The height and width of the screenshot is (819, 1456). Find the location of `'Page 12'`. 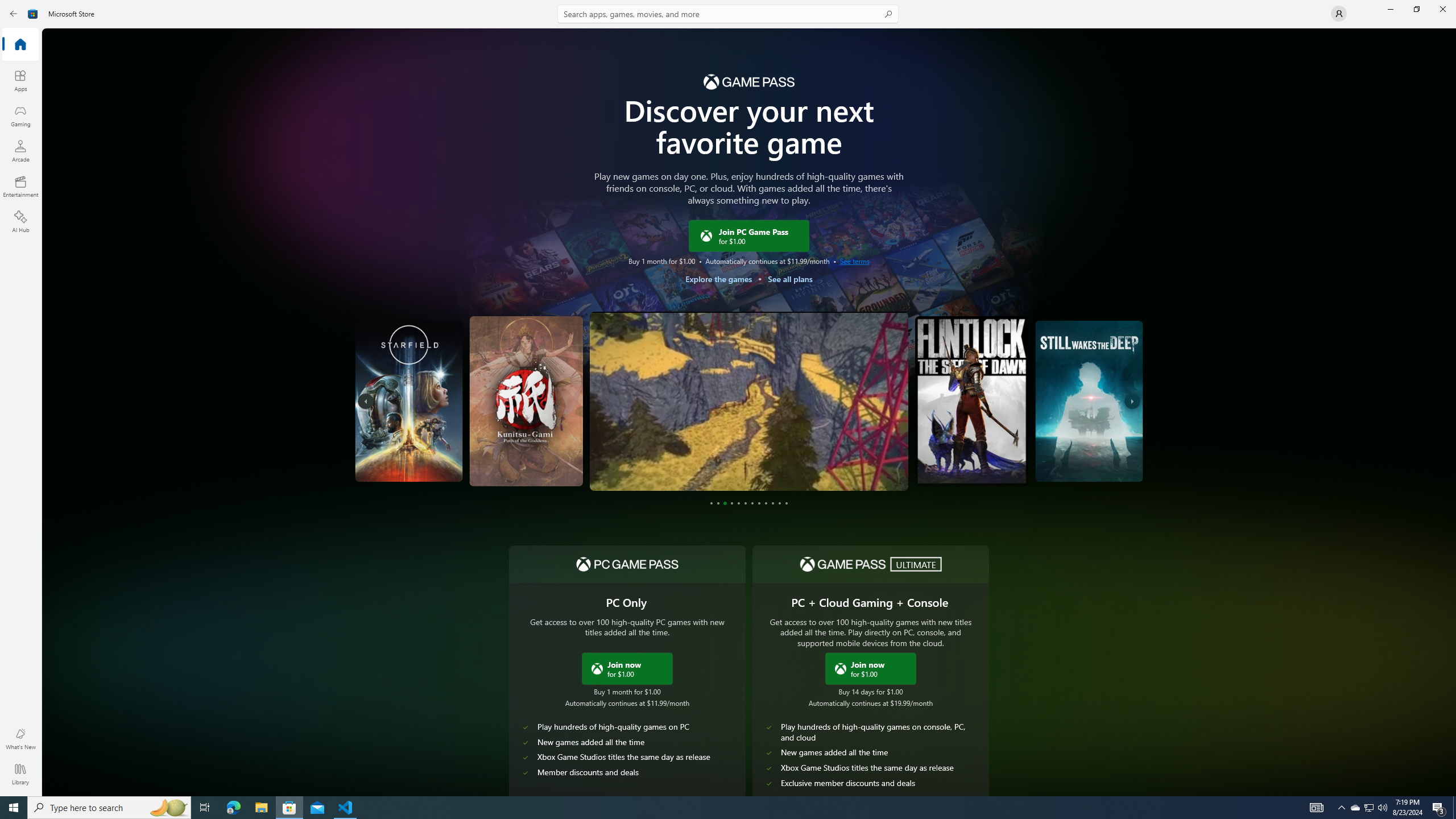

'Page 12' is located at coordinates (786, 503).